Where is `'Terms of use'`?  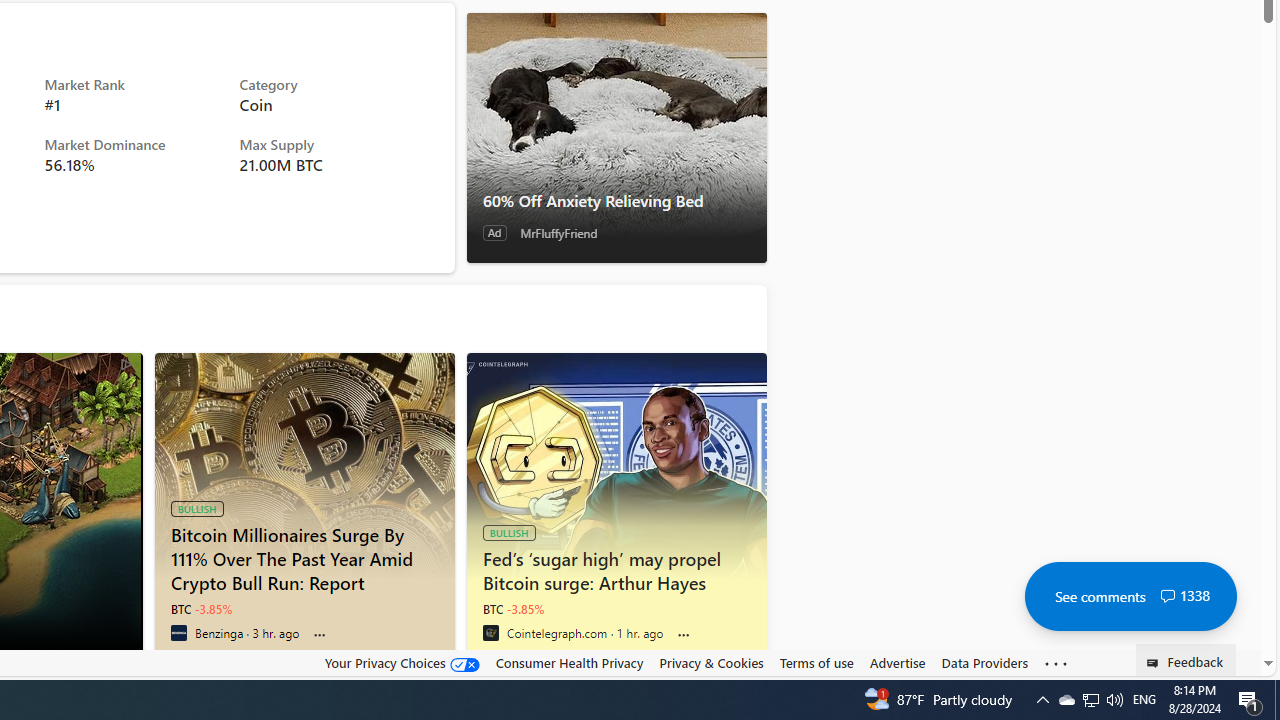 'Terms of use' is located at coordinates (816, 663).